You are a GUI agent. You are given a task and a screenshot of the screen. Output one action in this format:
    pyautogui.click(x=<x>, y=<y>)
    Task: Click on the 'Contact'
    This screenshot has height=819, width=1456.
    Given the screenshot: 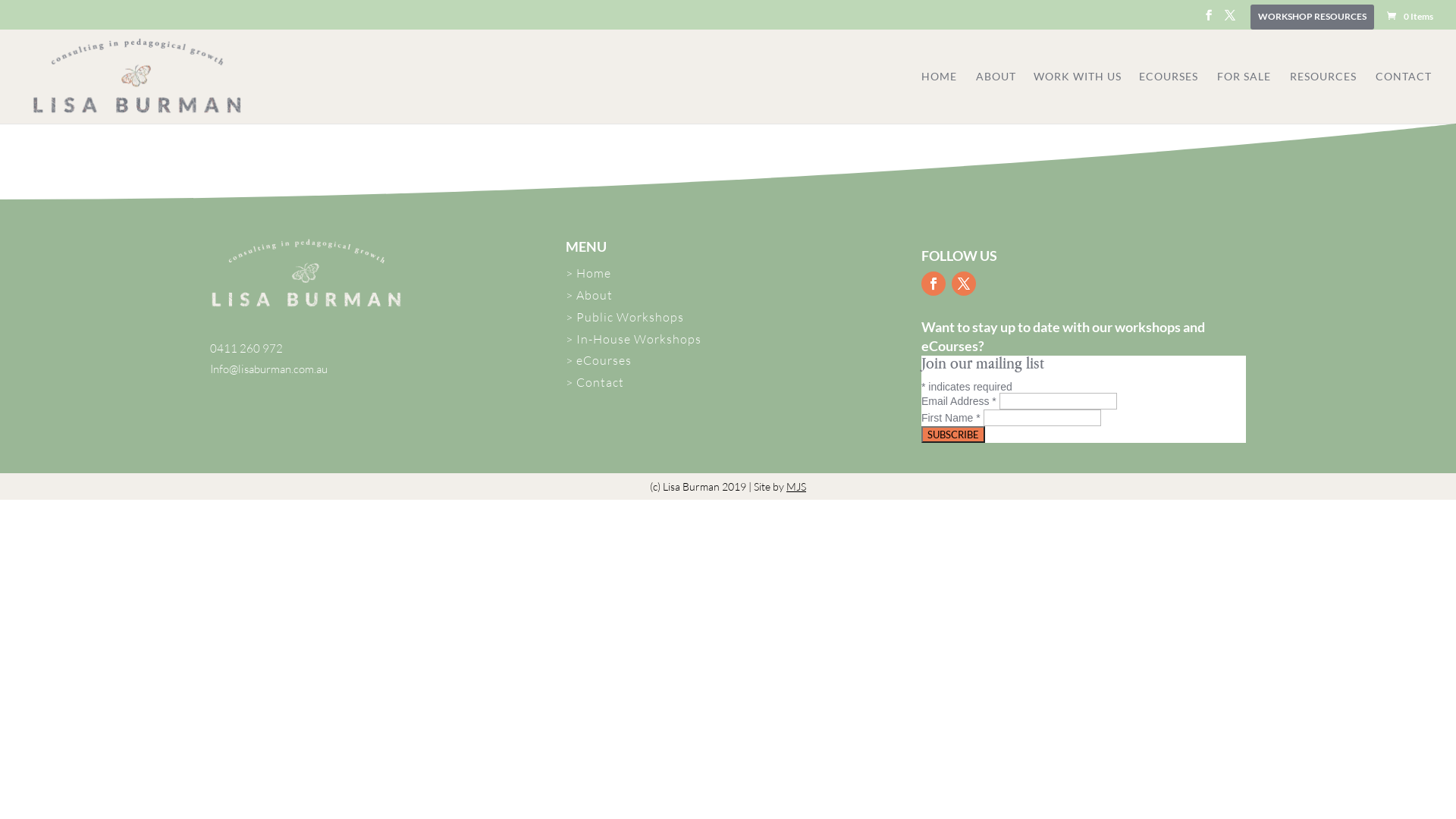 What is the action you would take?
    pyautogui.click(x=599, y=381)
    